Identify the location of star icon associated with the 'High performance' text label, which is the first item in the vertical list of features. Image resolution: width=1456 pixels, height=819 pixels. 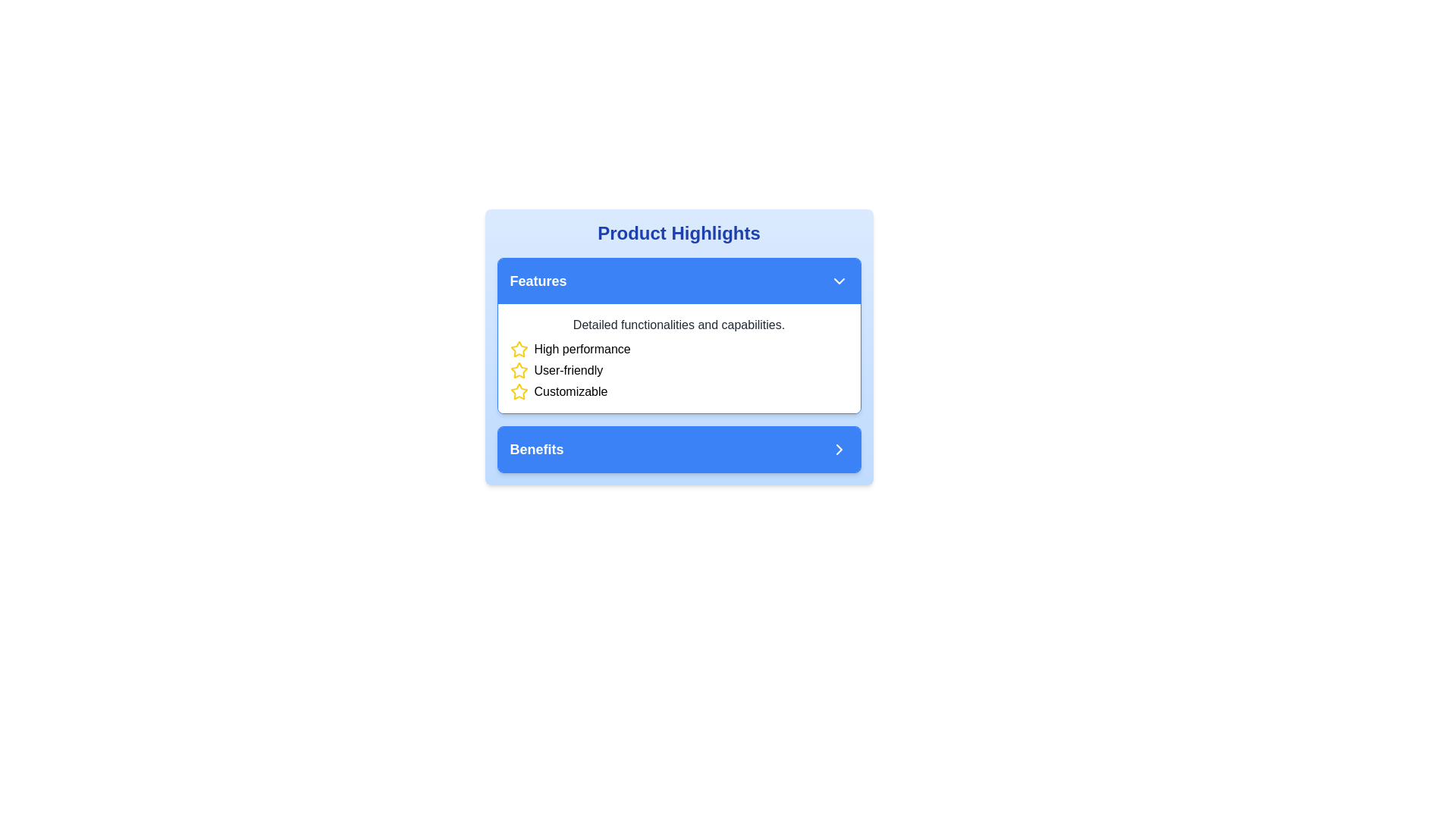
(678, 350).